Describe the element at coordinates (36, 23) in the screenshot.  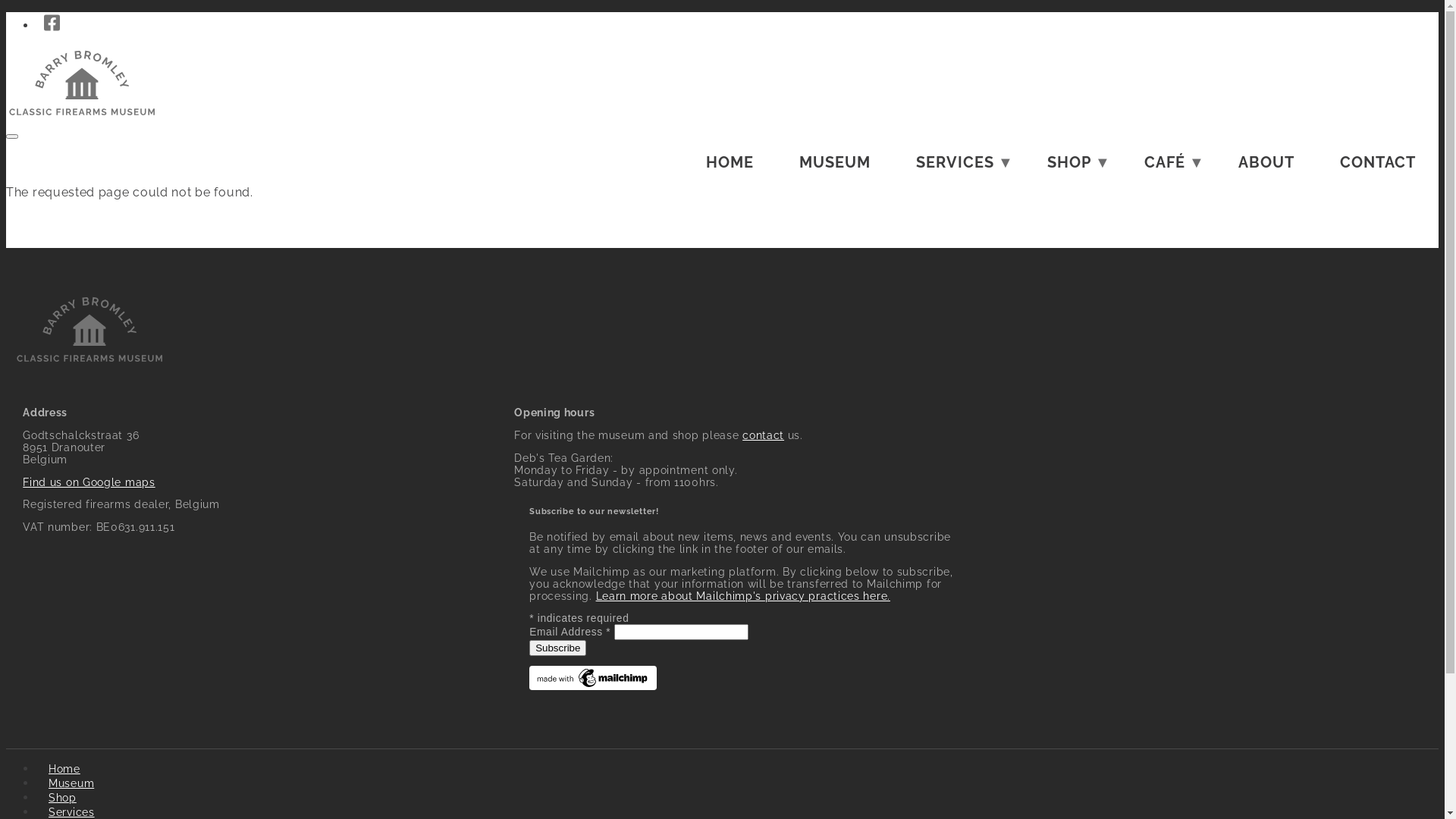
I see `'Visit our Facebook page'` at that location.